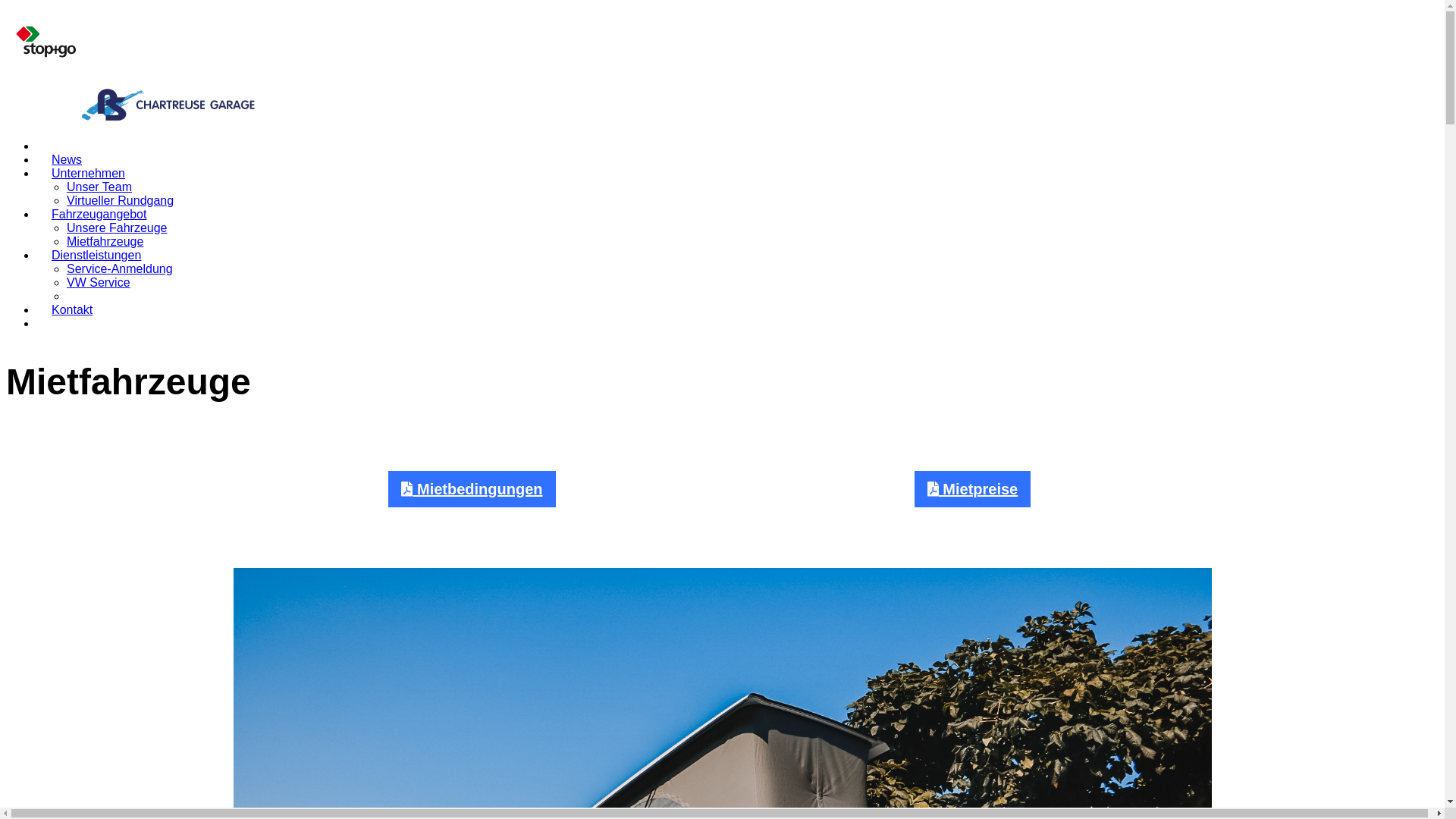  What do you see at coordinates (36, 214) in the screenshot?
I see `'Fahrzeugangebot'` at bounding box center [36, 214].